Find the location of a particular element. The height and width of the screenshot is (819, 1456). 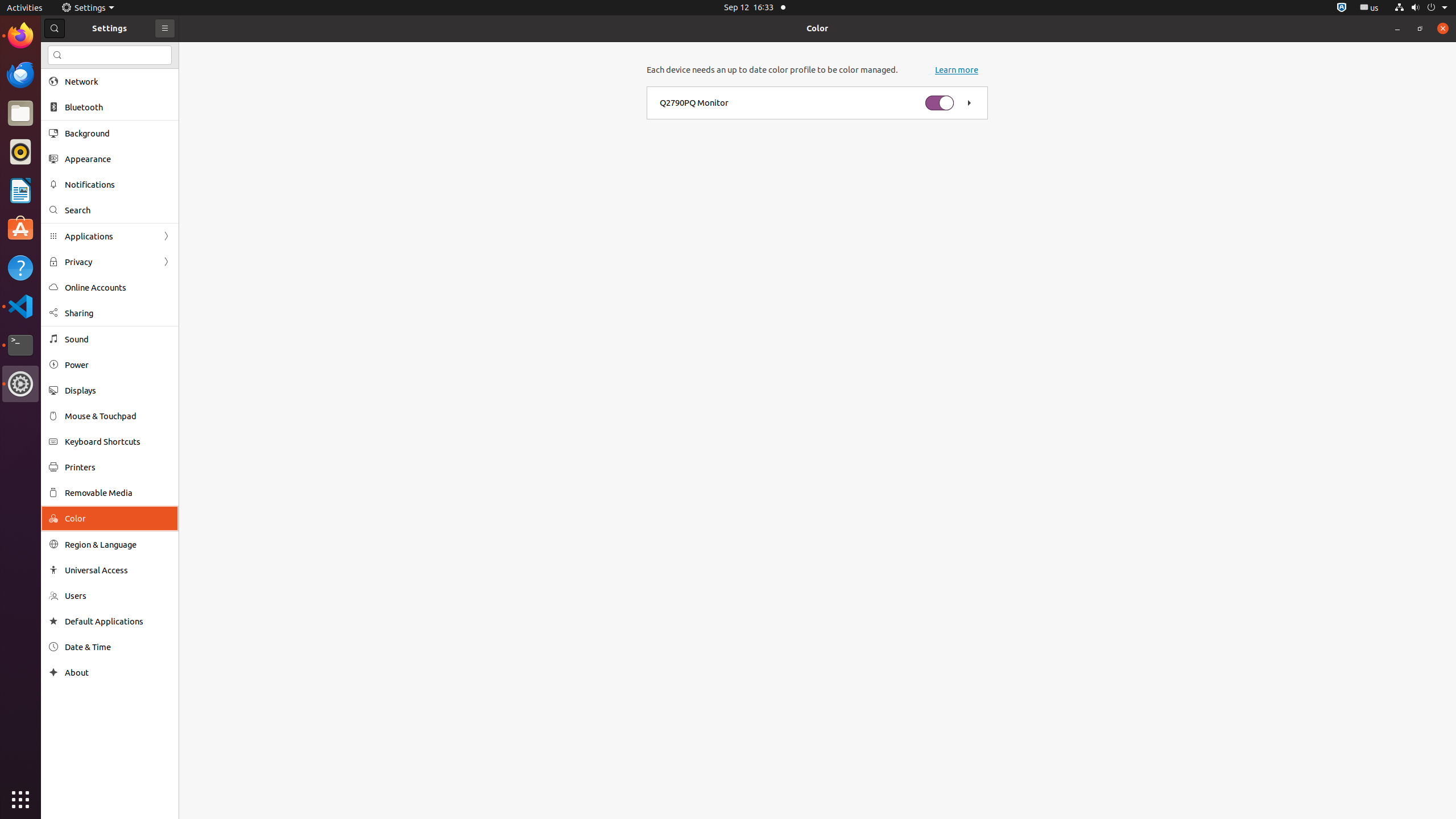

'Each device needs an up to date color profile to be color managed.' is located at coordinates (772, 69).